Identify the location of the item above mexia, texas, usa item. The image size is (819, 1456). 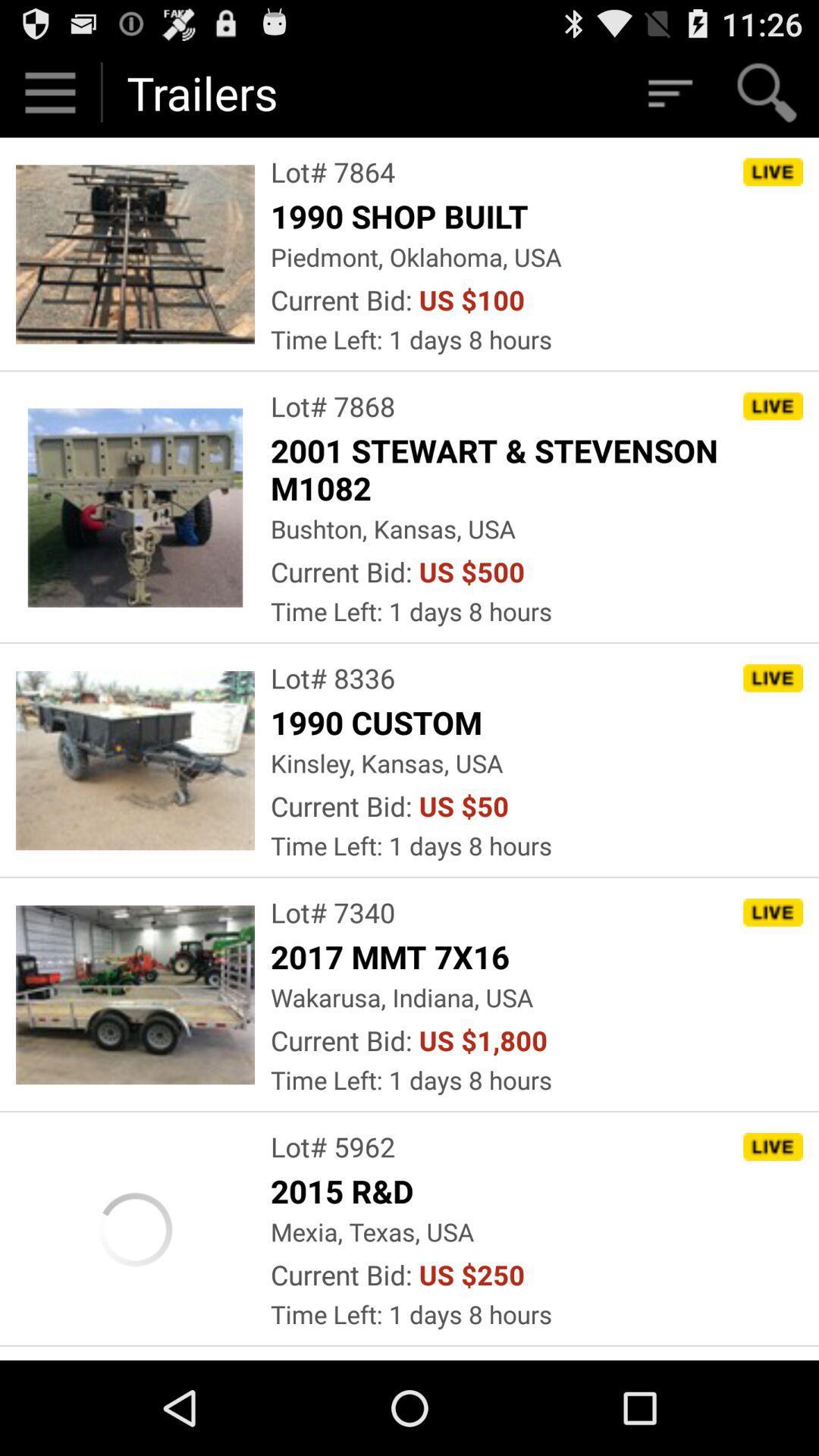
(346, 1190).